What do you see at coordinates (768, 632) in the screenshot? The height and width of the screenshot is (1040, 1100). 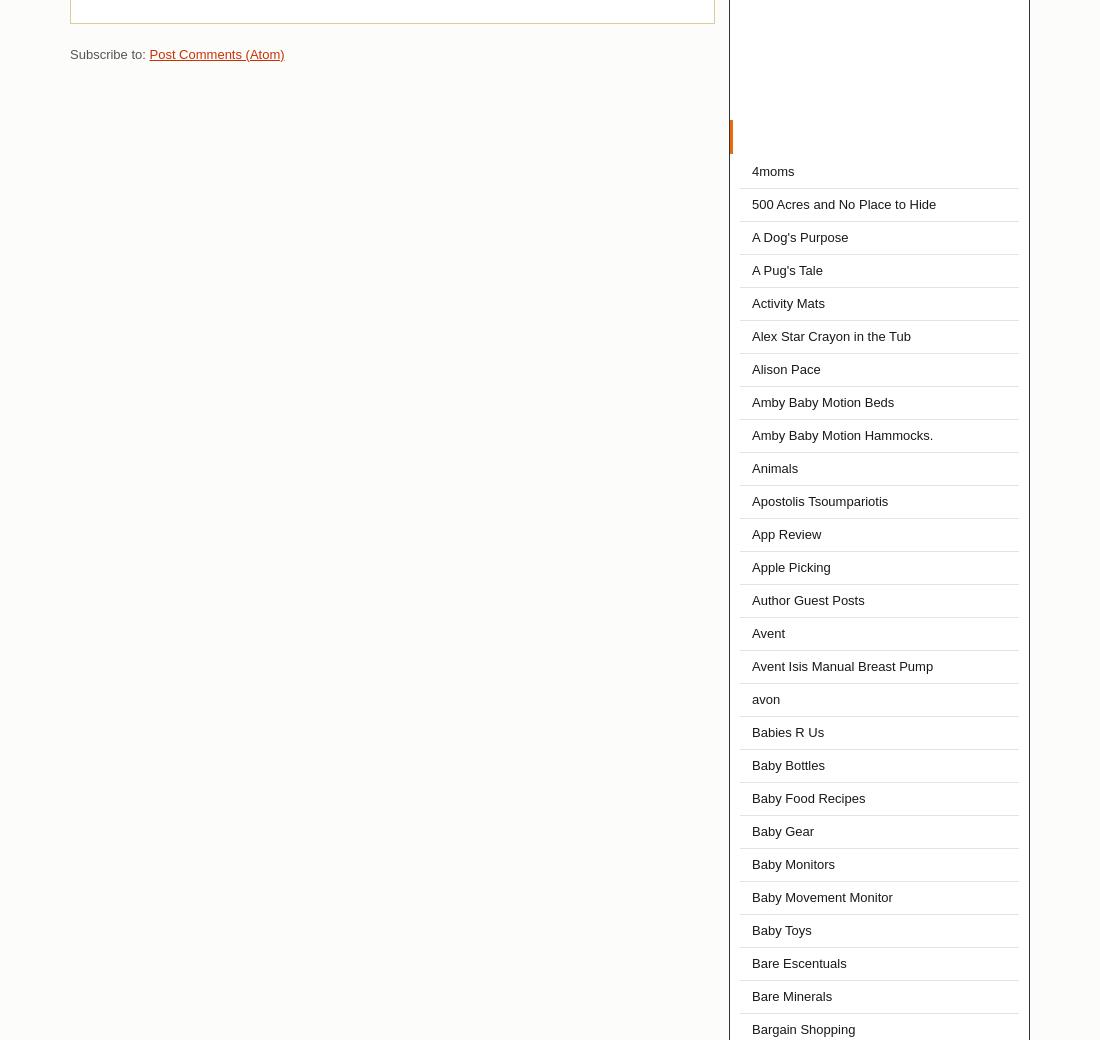 I see `'Avent'` at bounding box center [768, 632].